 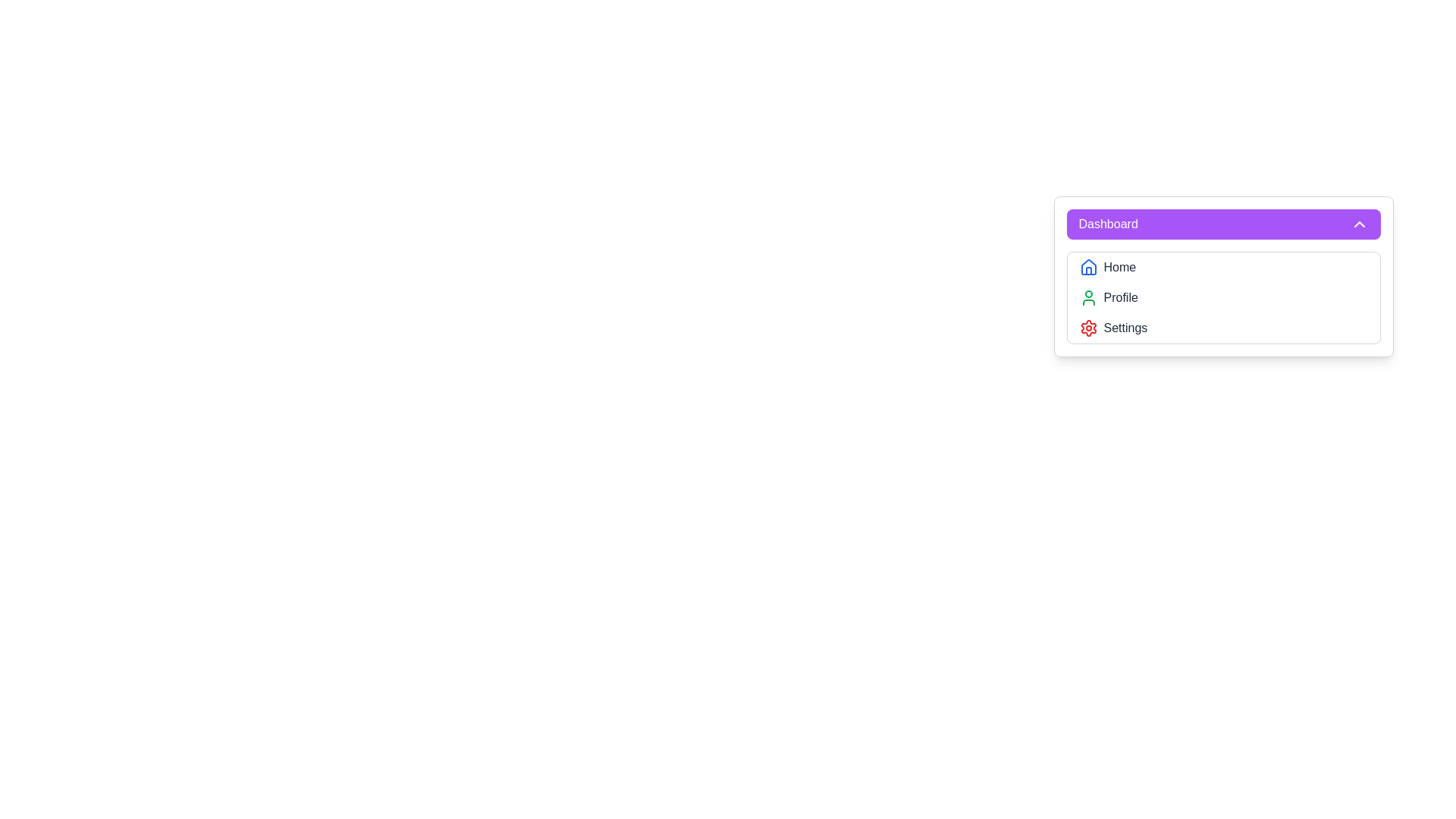 What do you see at coordinates (1087, 267) in the screenshot?
I see `the house-shaped icon with a blue outline located to the left of the 'Home' label in the dropdown menu under the 'Dashboard' section` at bounding box center [1087, 267].